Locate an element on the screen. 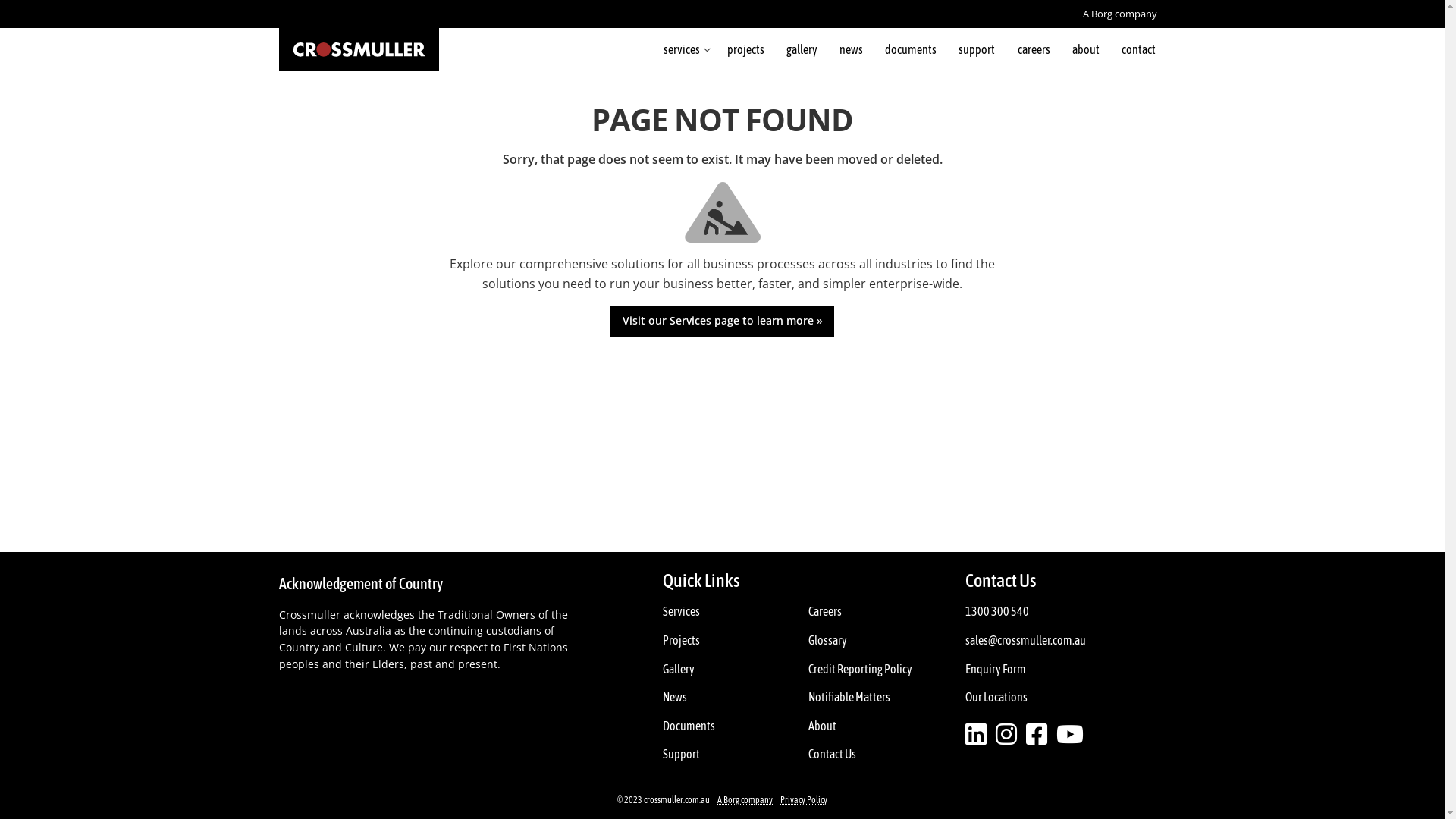 The height and width of the screenshot is (819, 1456). 'documents' is located at coordinates (910, 49).